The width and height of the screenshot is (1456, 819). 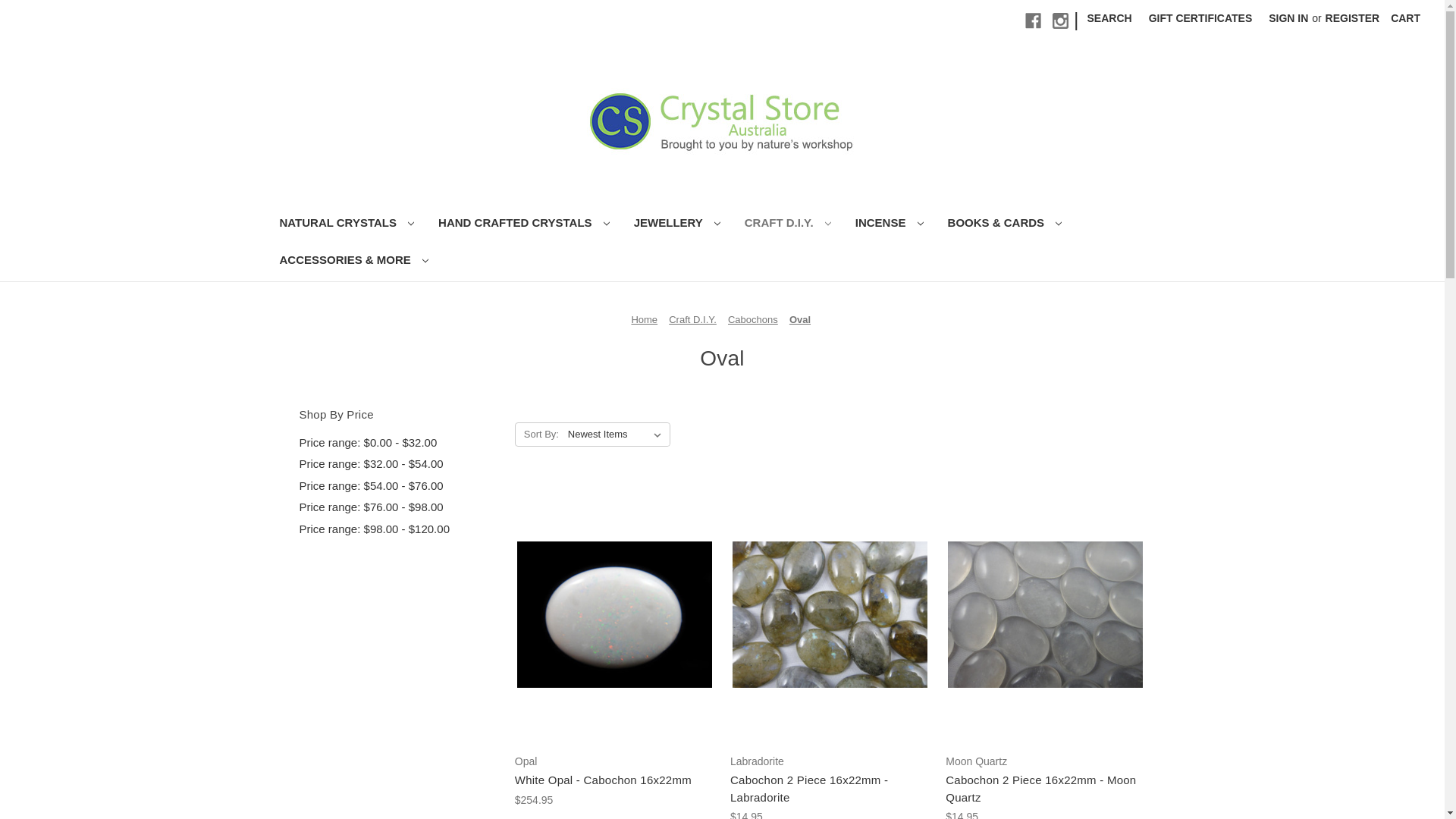 What do you see at coordinates (829, 788) in the screenshot?
I see `'Cabochon 2 Piece 16x22mm - Labradorite'` at bounding box center [829, 788].